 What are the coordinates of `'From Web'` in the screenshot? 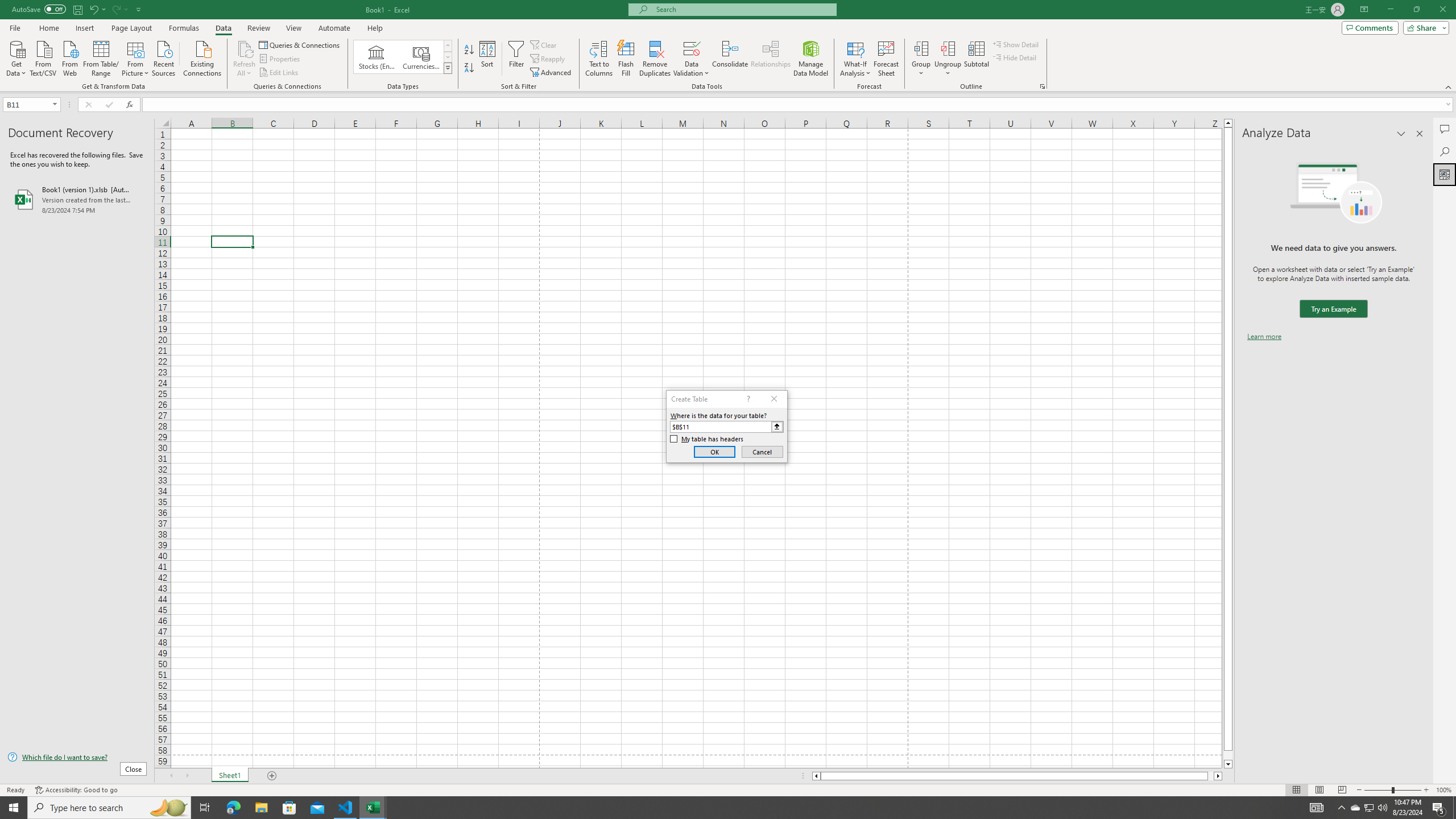 It's located at (69, 57).